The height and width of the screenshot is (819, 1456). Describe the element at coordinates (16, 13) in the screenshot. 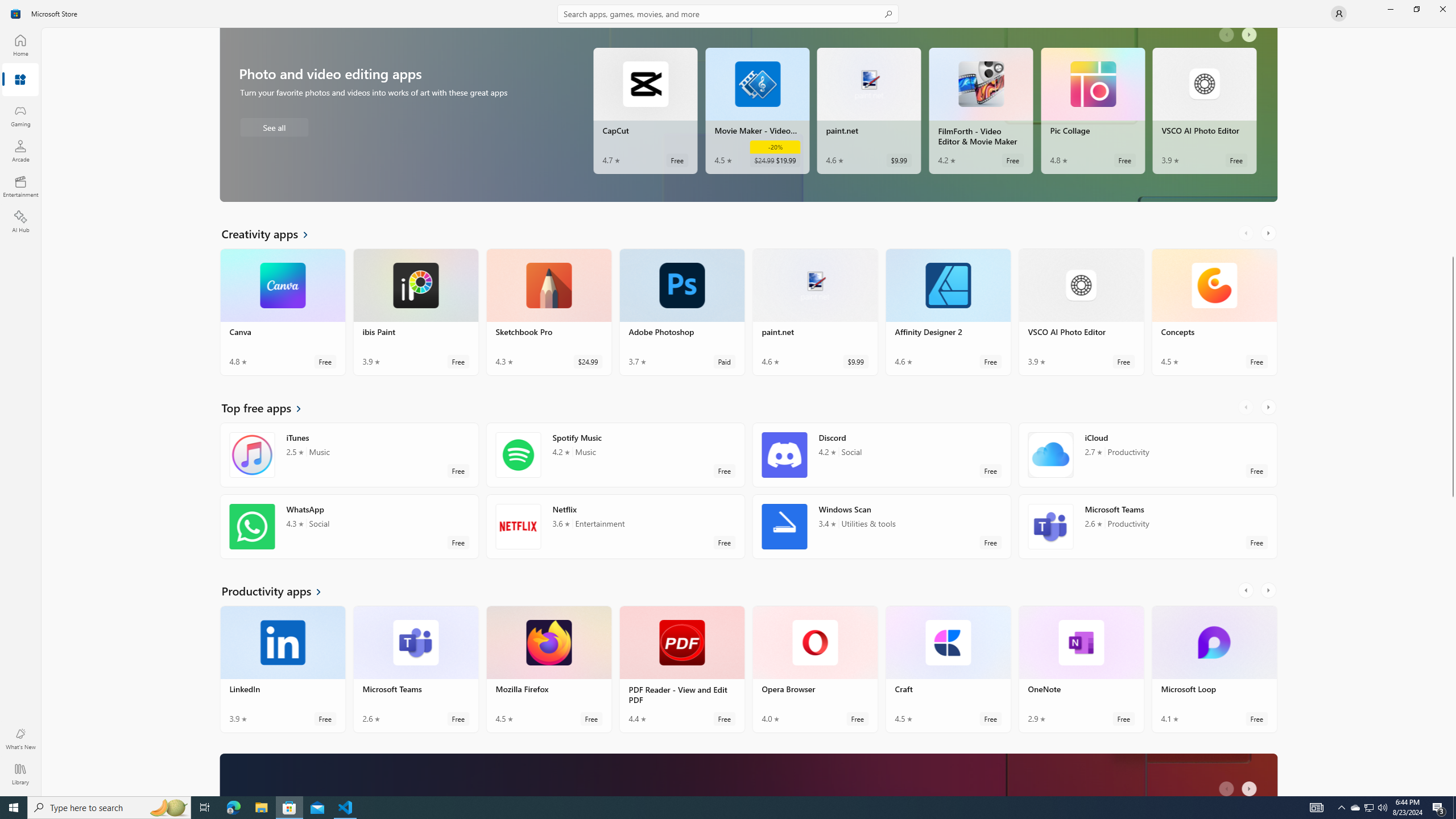

I see `'Class: Image'` at that location.